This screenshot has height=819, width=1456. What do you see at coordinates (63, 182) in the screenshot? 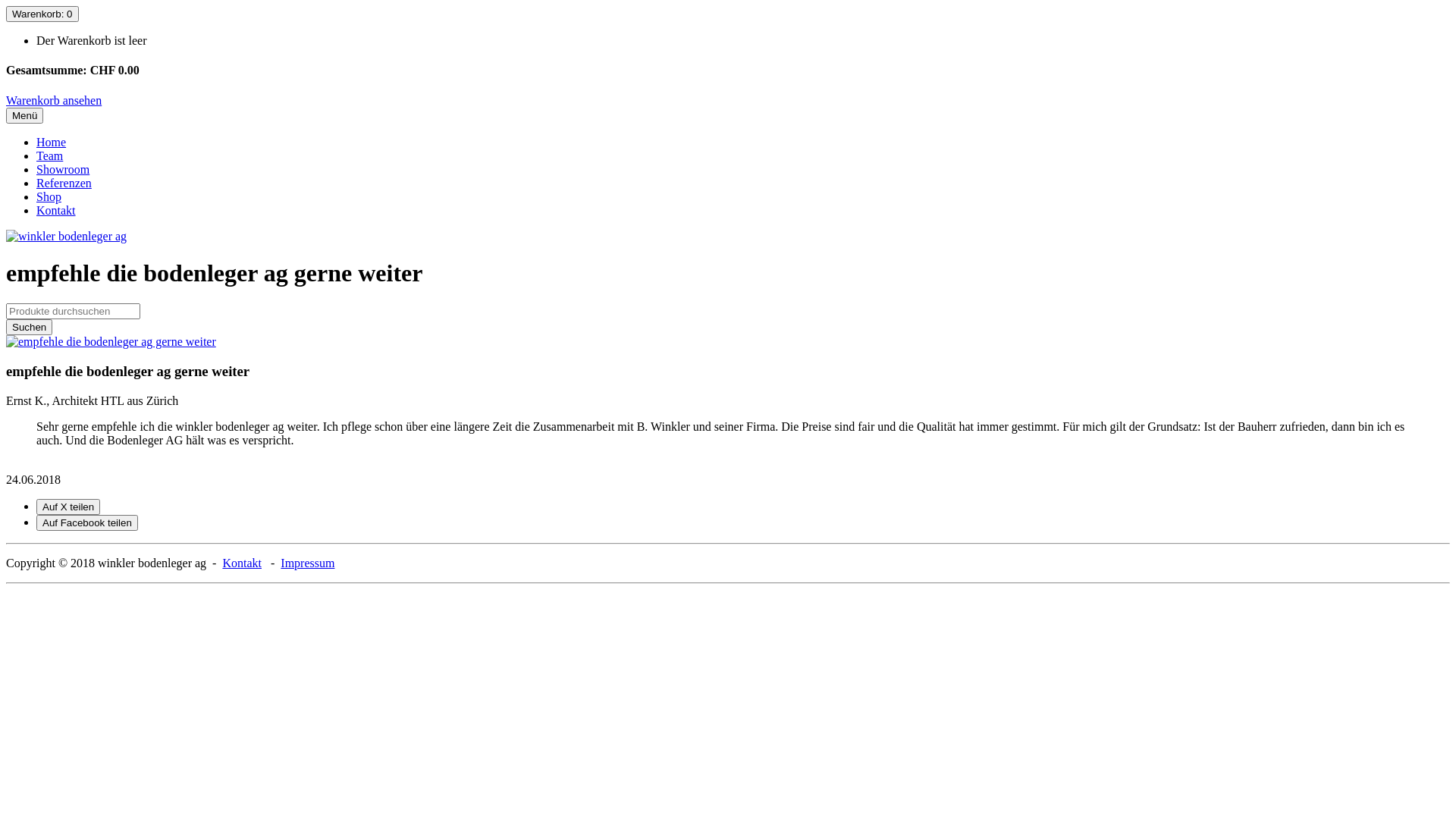
I see `'Referenzen'` at bounding box center [63, 182].